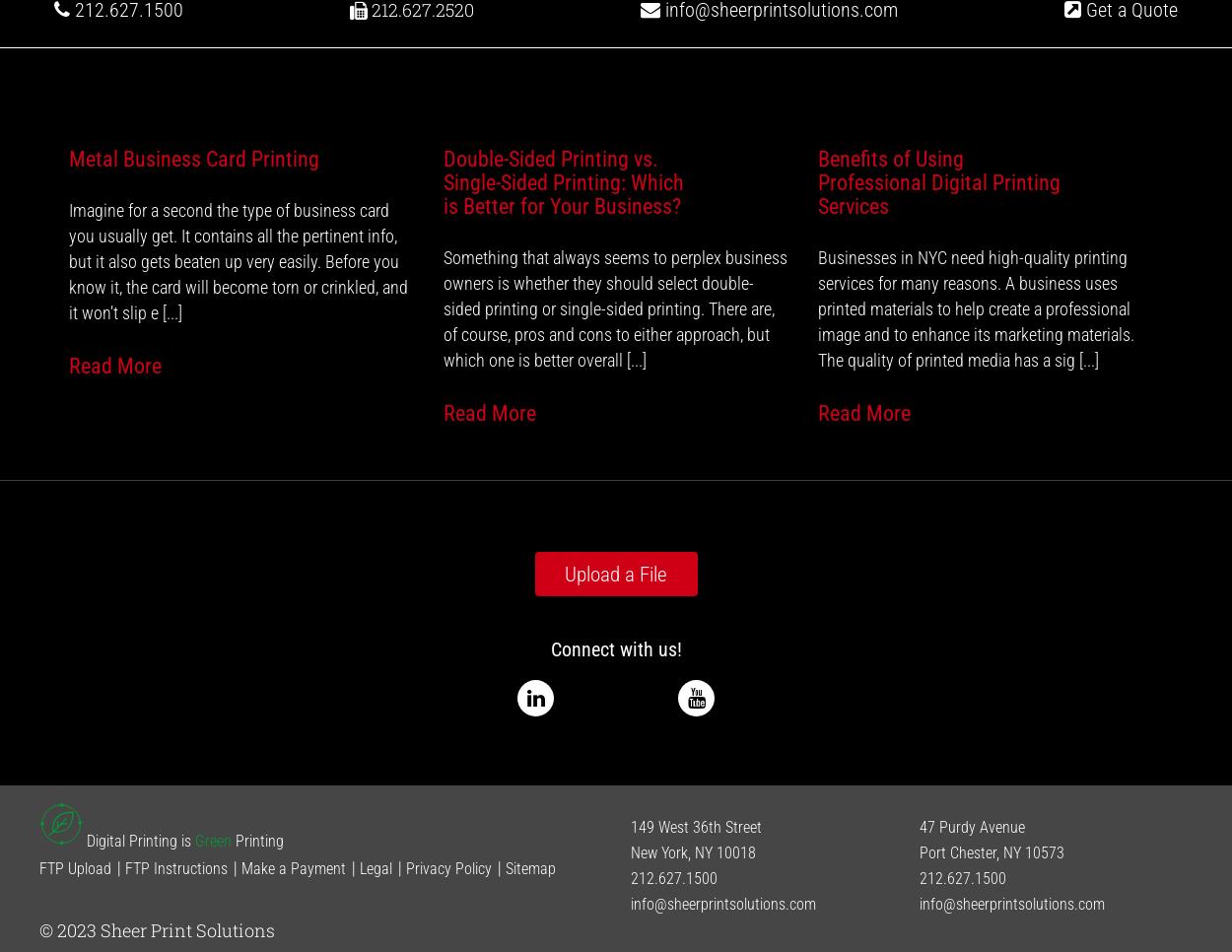 This screenshot has height=952, width=1232. Describe the element at coordinates (631, 852) in the screenshot. I see `'New York, NY 10018'` at that location.